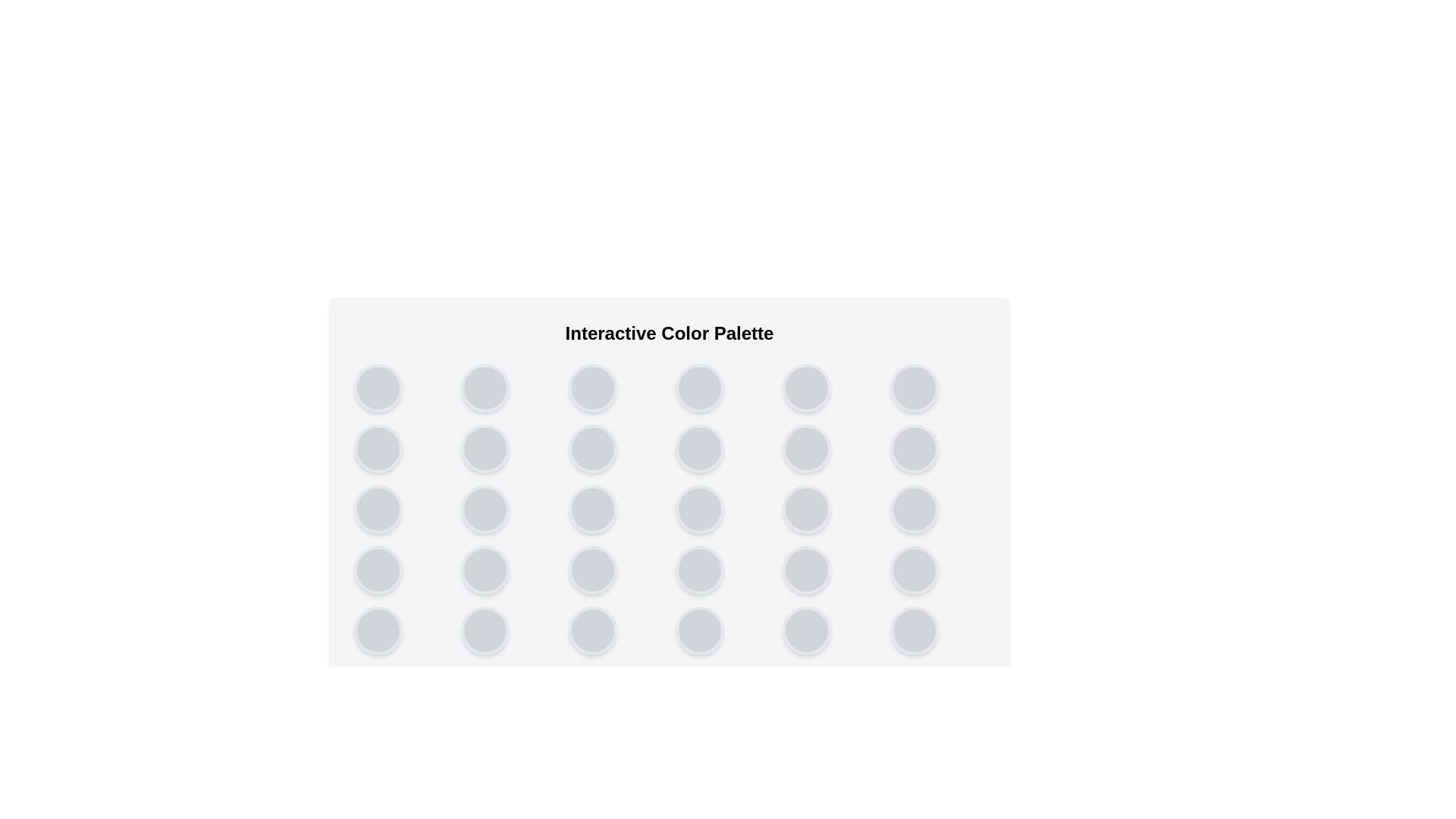 This screenshot has height=819, width=1456. What do you see at coordinates (669, 332) in the screenshot?
I see `the title text and describe its layout and position` at bounding box center [669, 332].